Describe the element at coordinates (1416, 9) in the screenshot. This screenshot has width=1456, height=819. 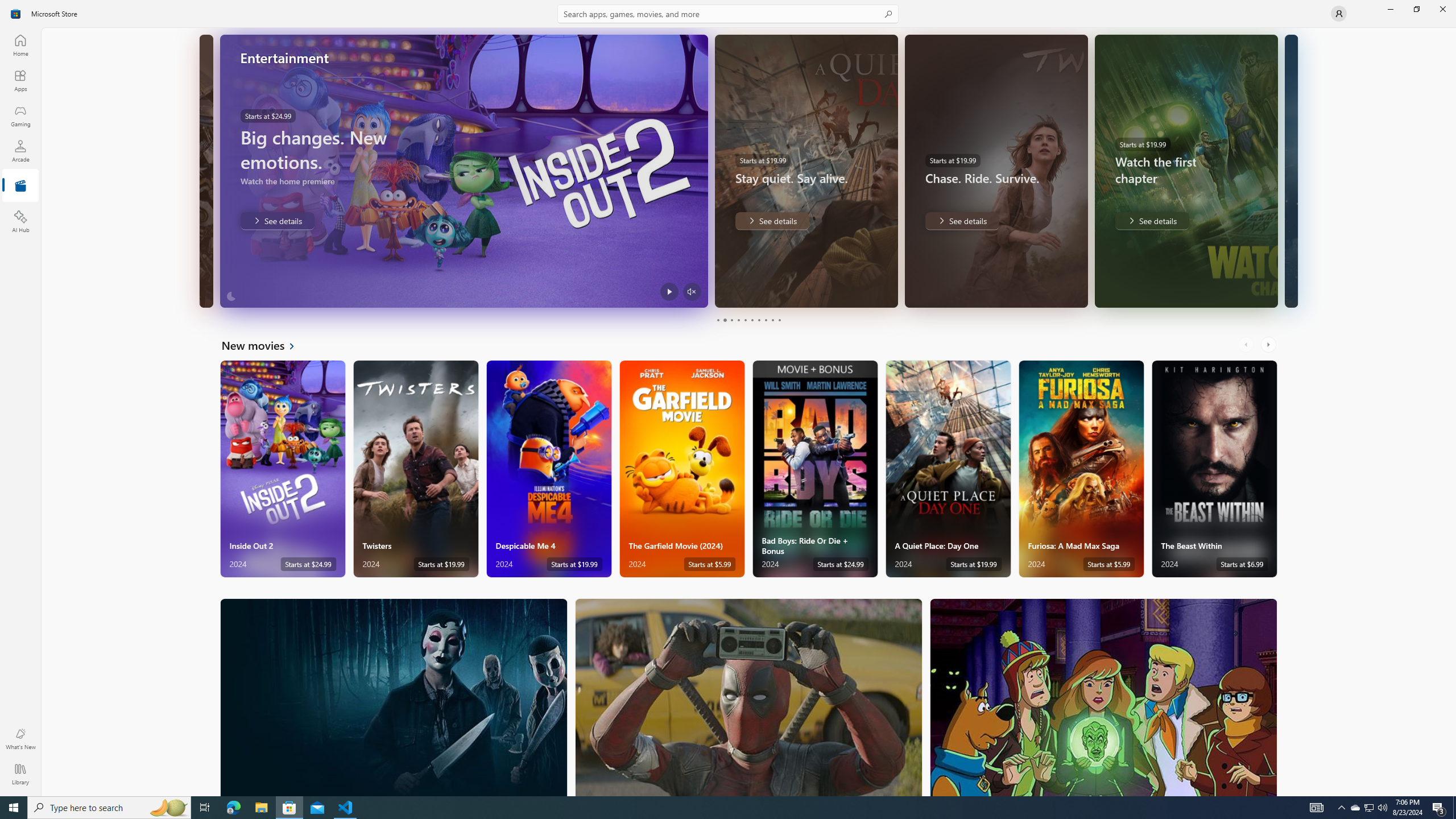
I see `'Restore Microsoft Store'` at that location.